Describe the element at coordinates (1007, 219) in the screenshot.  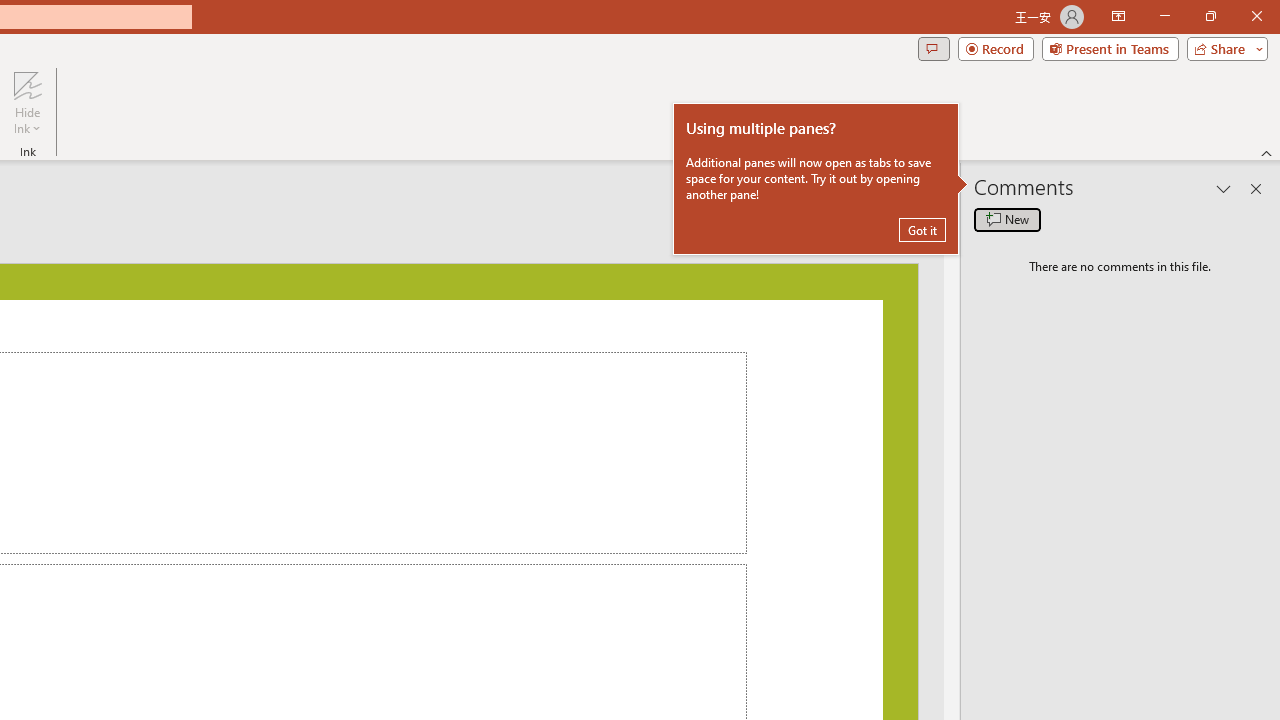
I see `'New comment'` at that location.